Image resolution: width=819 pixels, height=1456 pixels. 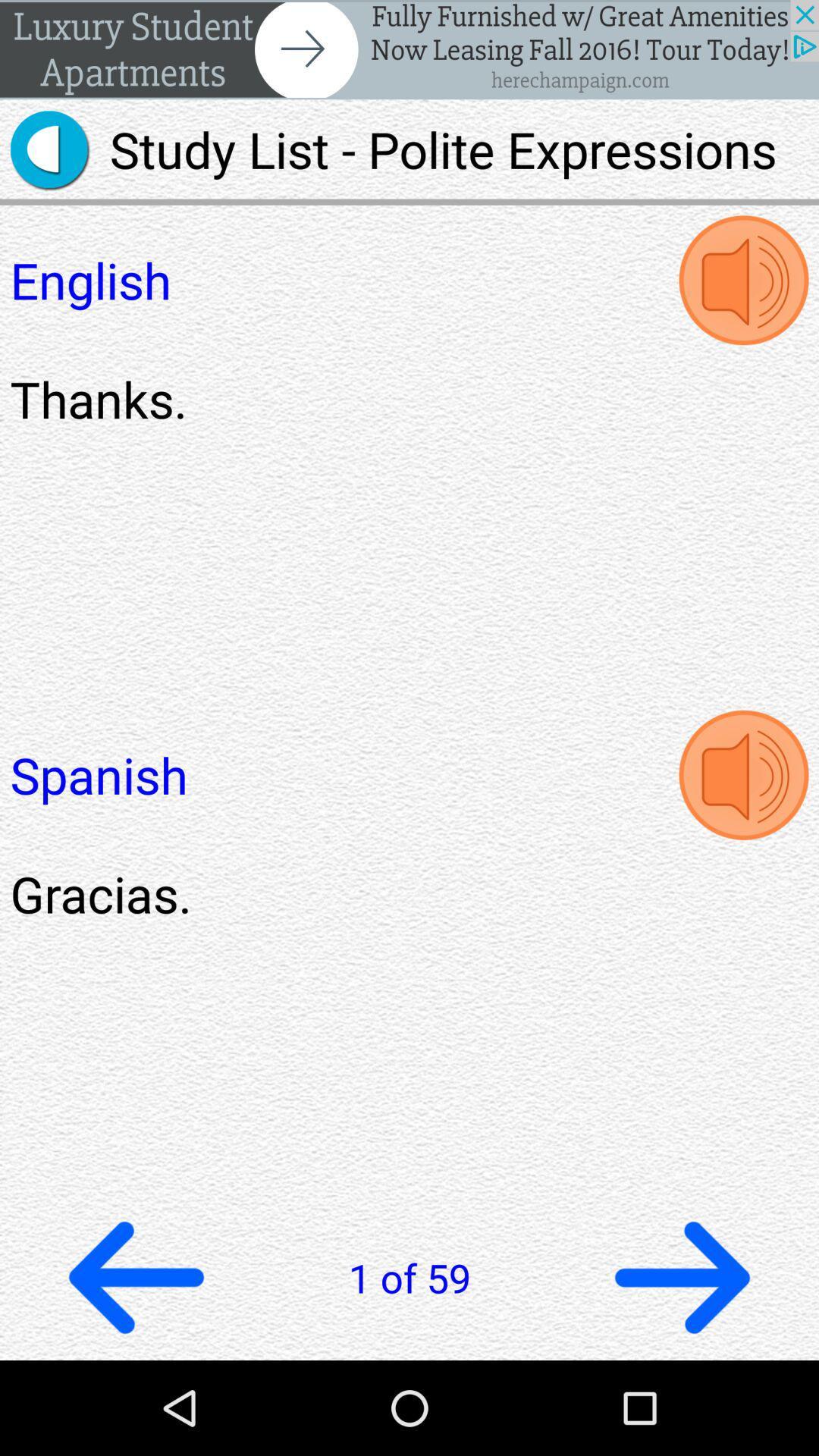 I want to click on the volume icon, so click(x=742, y=829).